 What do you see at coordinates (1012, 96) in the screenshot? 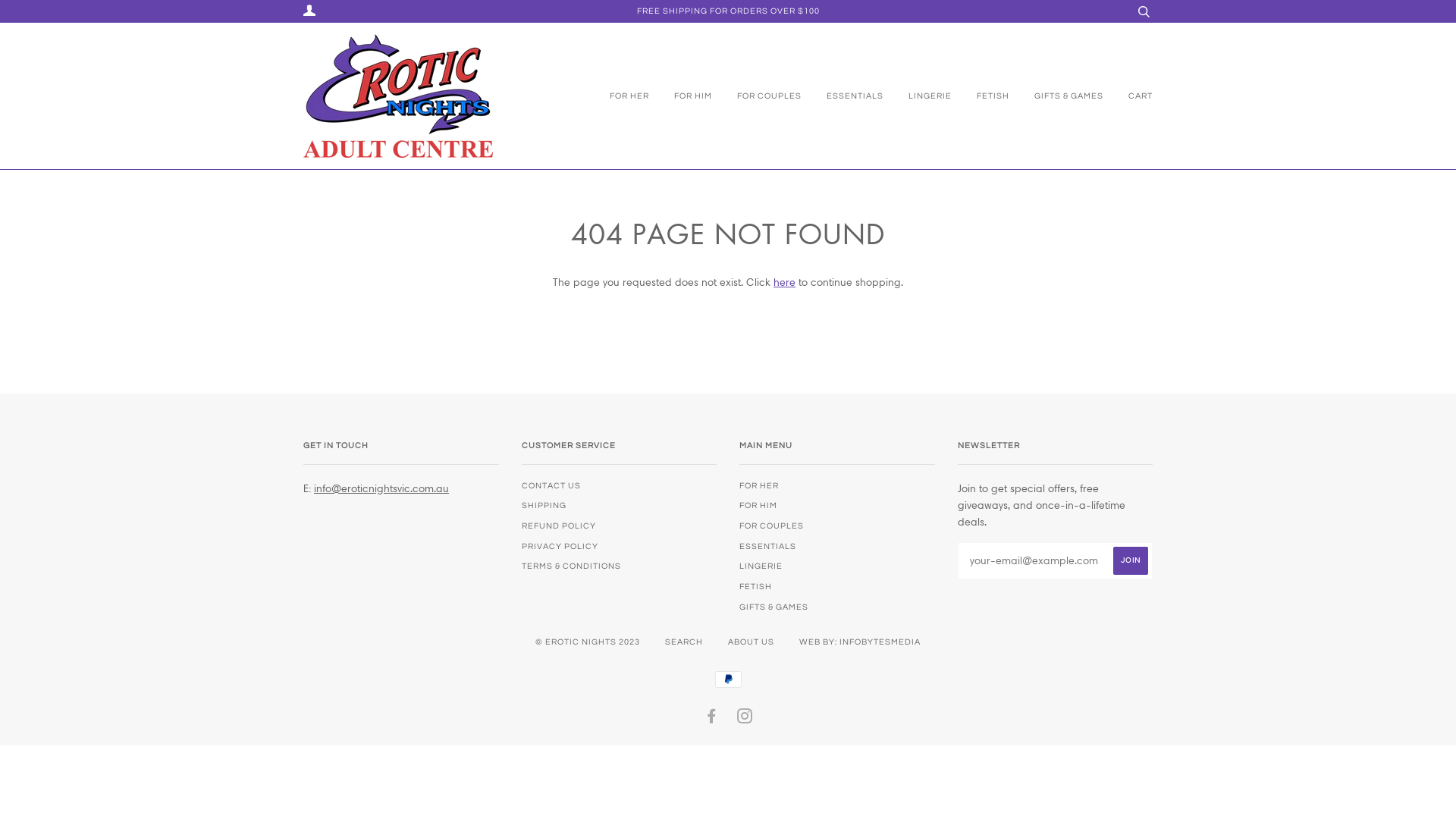
I see `'GIFTS & GAMES'` at bounding box center [1012, 96].